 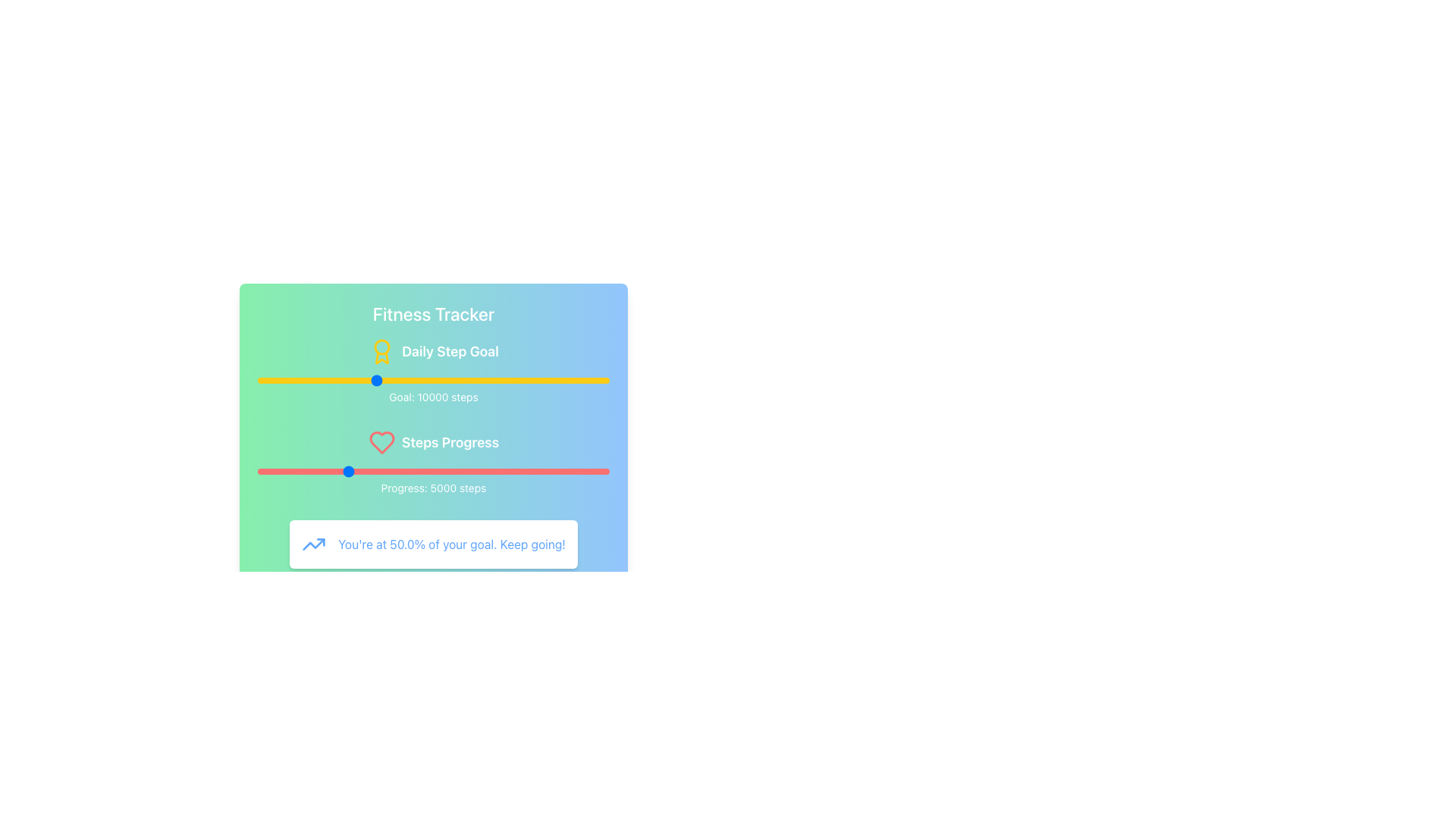 I want to click on the daily step goal, so click(x=488, y=379).